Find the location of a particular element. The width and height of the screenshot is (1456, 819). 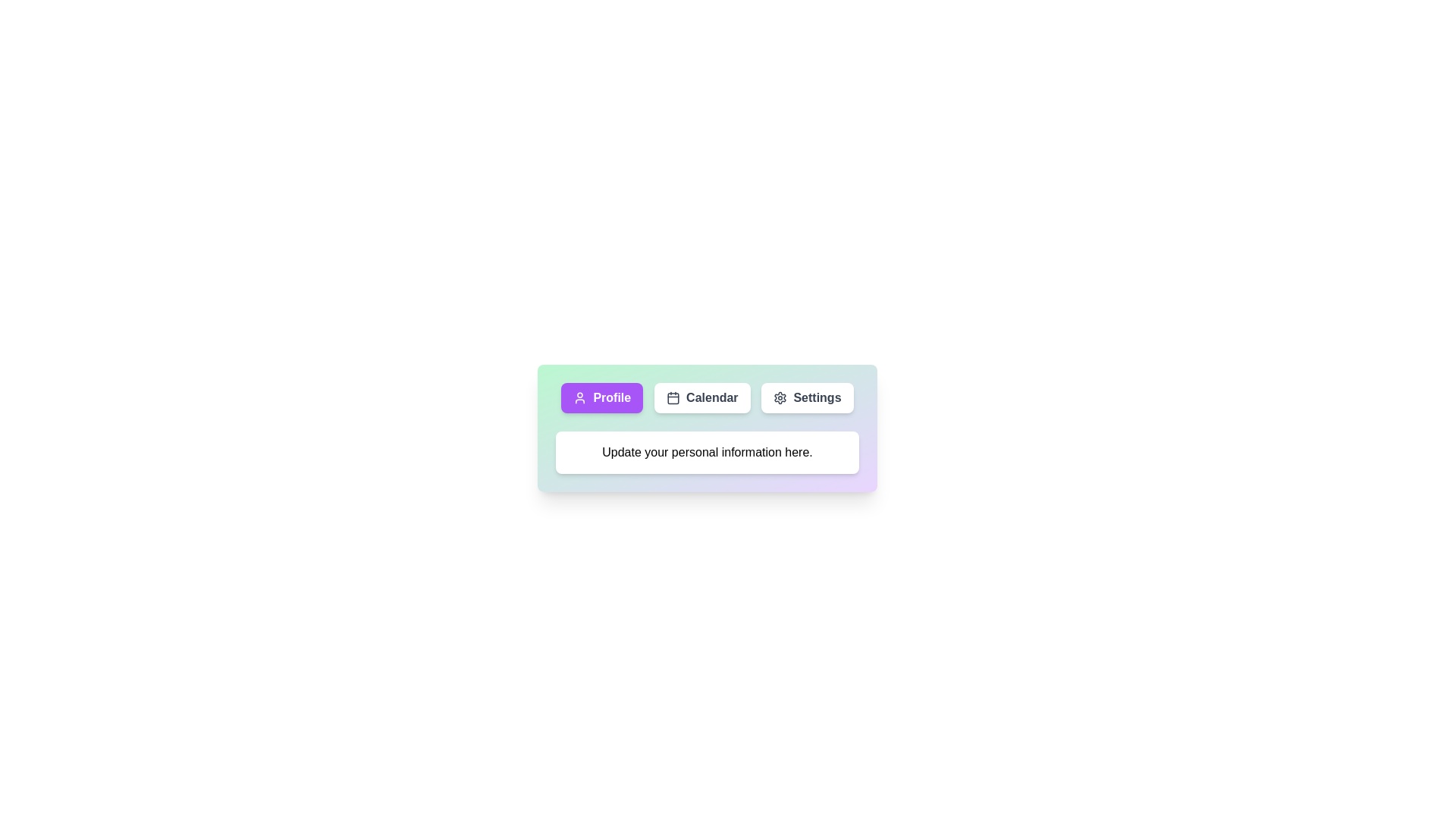

the user profile icon located to the left of the 'Profile' button, which is the first button in a group of buttons including 'Calendar' and 'Settings' is located at coordinates (579, 397).